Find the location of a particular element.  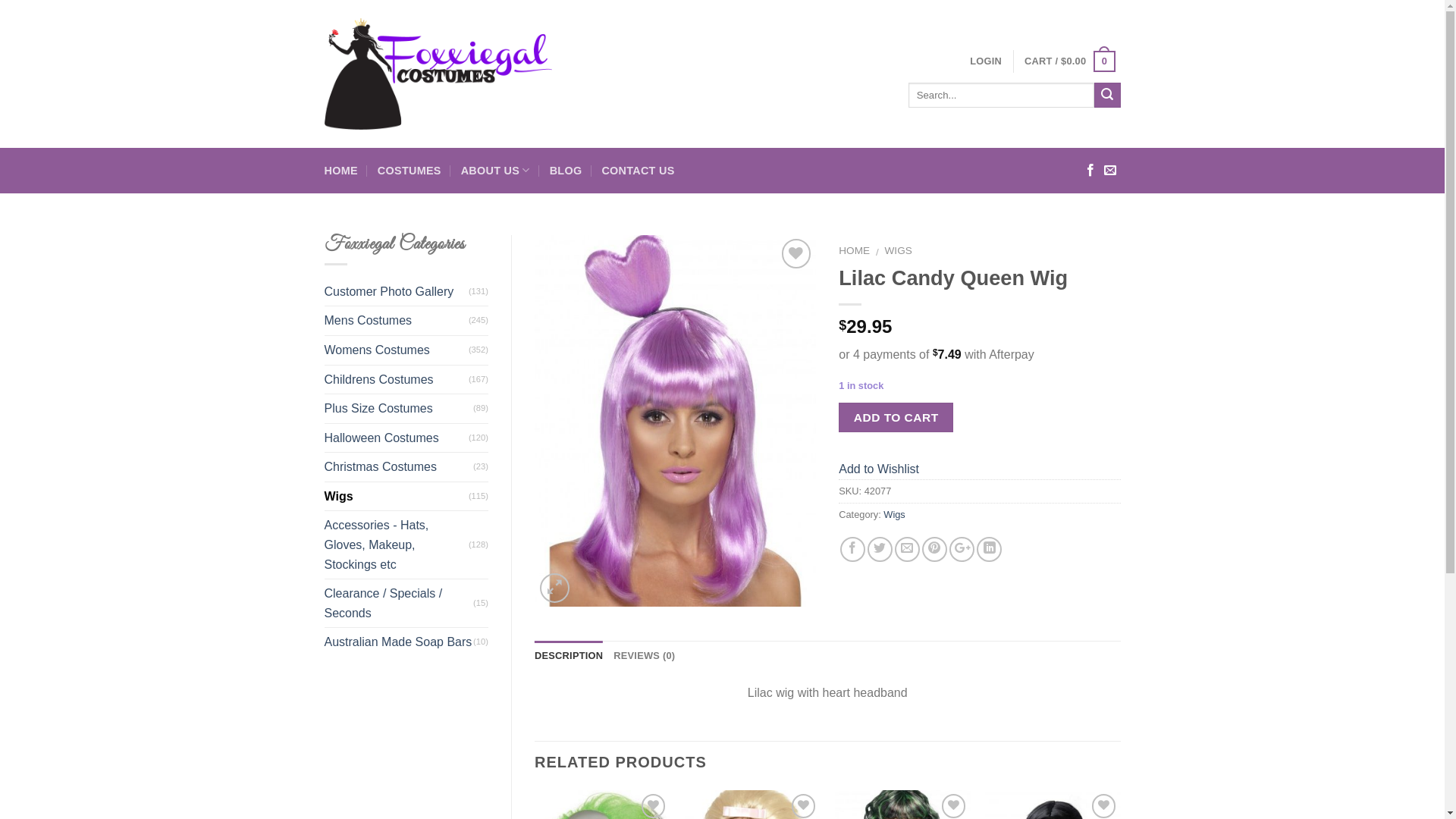

'Australian Made Soap Bars' is located at coordinates (399, 642).